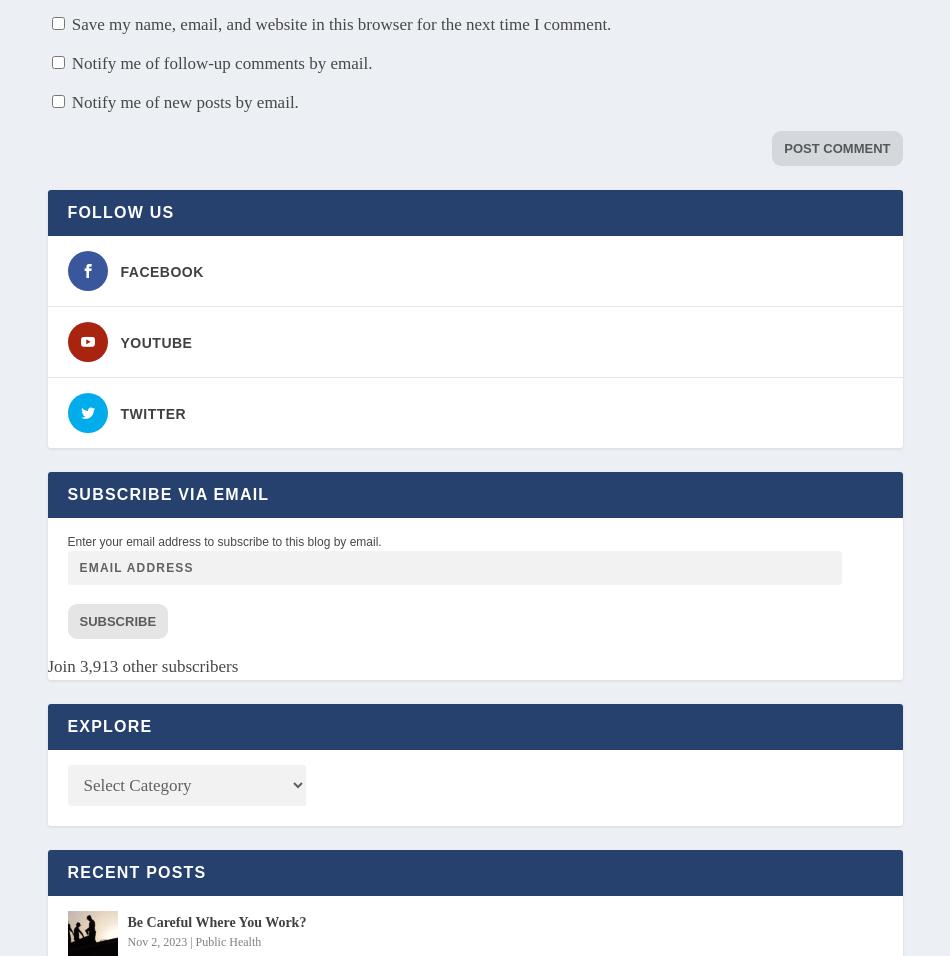 The image size is (950, 956). What do you see at coordinates (228, 940) in the screenshot?
I see `'Public Health'` at bounding box center [228, 940].